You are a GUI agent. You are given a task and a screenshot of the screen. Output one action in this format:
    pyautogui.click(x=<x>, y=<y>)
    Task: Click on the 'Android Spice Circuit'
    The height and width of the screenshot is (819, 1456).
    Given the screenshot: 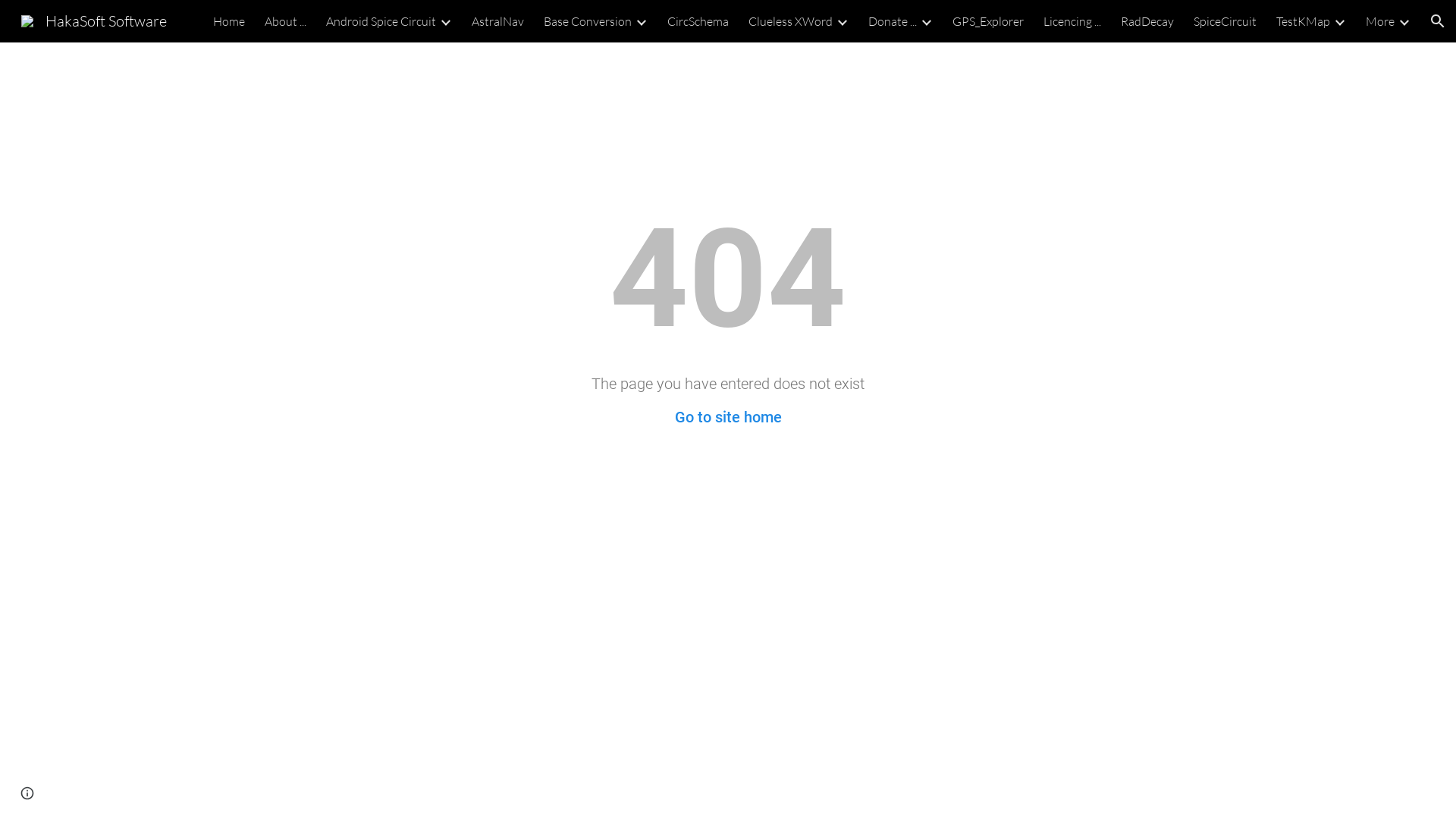 What is the action you would take?
    pyautogui.click(x=381, y=20)
    